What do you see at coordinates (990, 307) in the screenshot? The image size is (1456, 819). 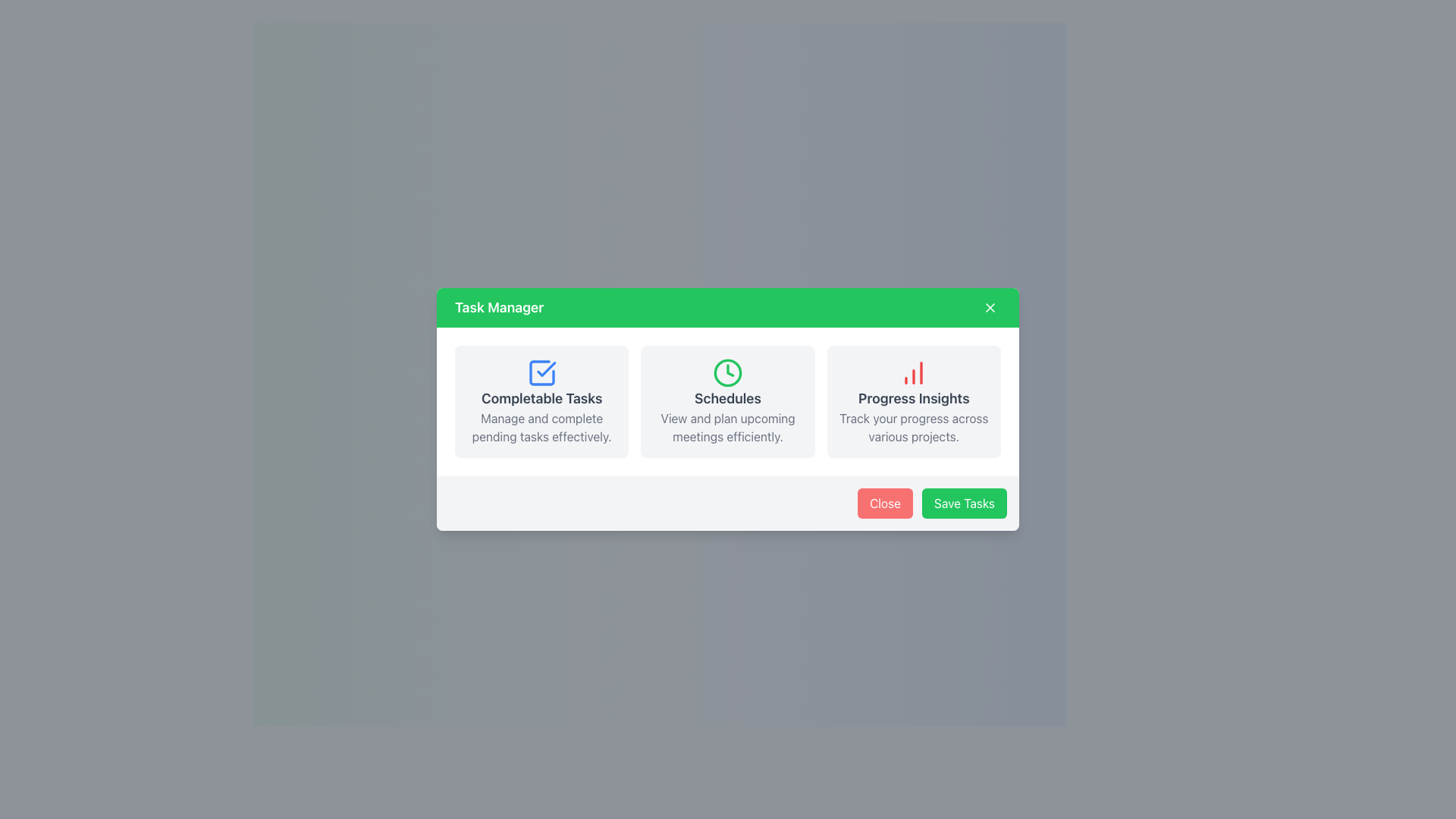 I see `the close button with a green background in the top-right corner of the 'Task Manager' dialog box to potentially reveal a tooltip` at bounding box center [990, 307].